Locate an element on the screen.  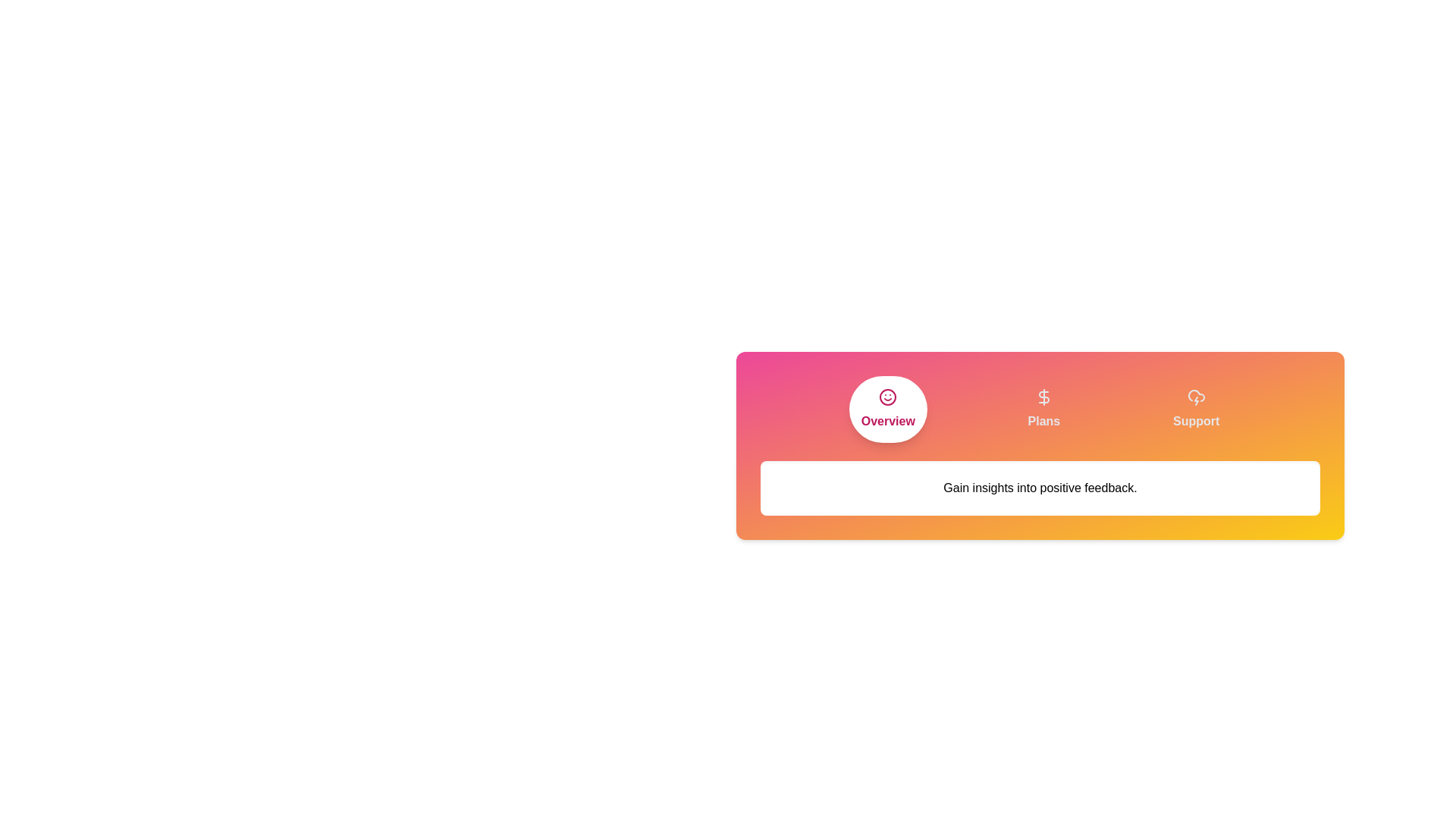
the Overview tab is located at coordinates (888, 409).